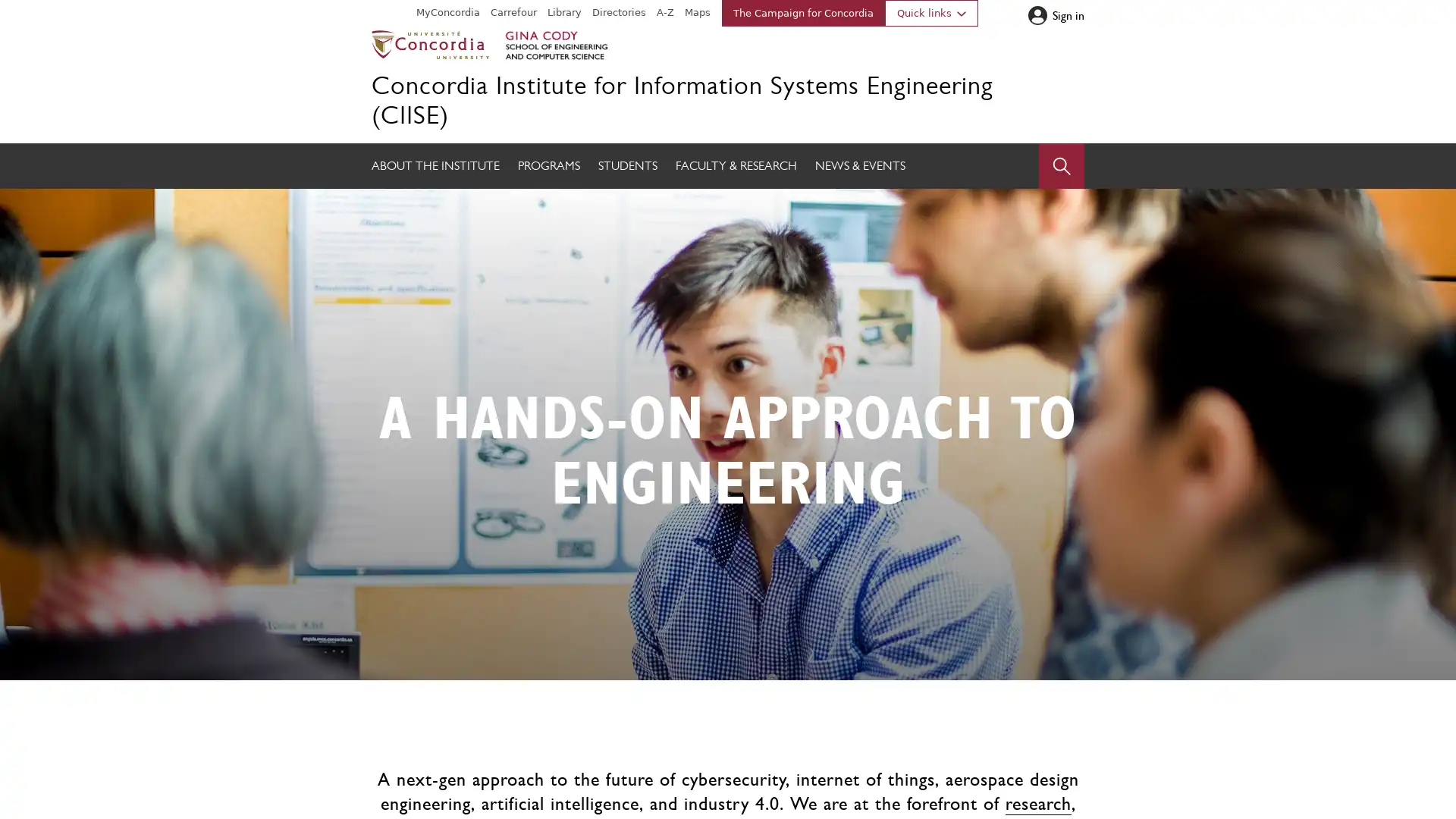 The height and width of the screenshot is (819, 1456). Describe the element at coordinates (548, 166) in the screenshot. I see `PROGRAMS` at that location.